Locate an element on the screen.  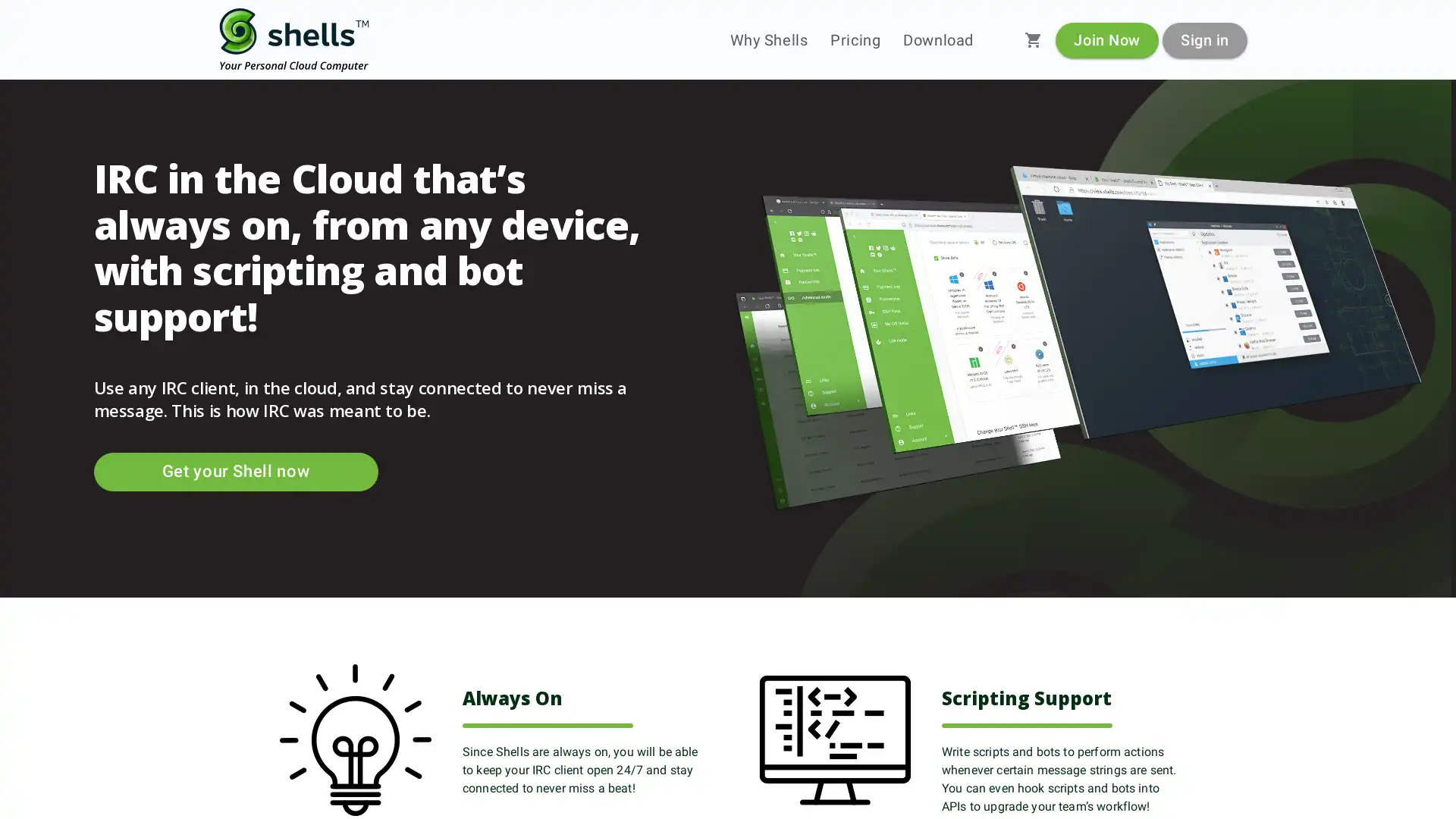
cart is located at coordinates (1033, 39).